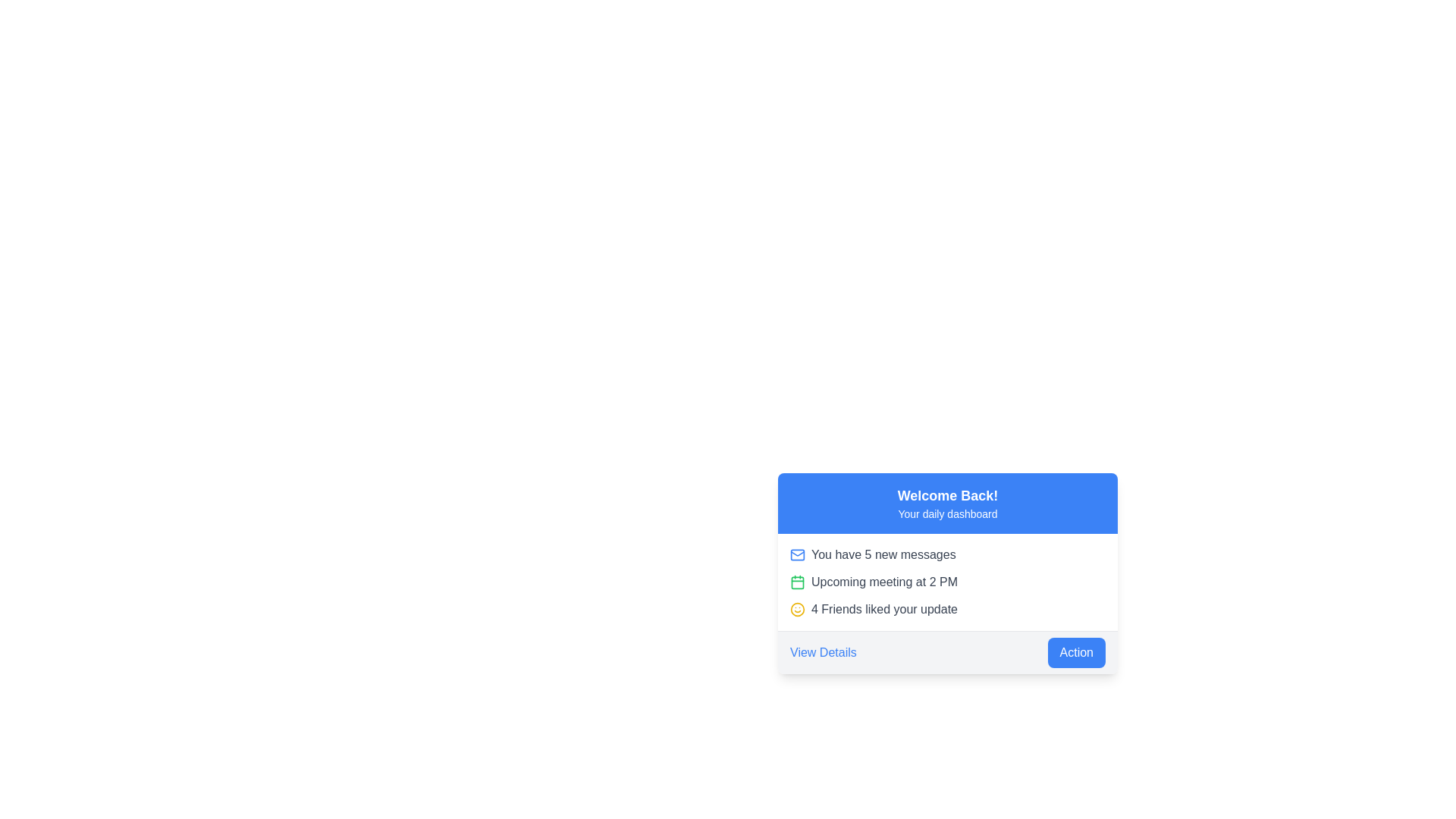  I want to click on the calendar icon with a green design, which is positioned to the left of the text 'Upcoming meeting at 2 PM' in a vertically stacked list, so click(796, 581).